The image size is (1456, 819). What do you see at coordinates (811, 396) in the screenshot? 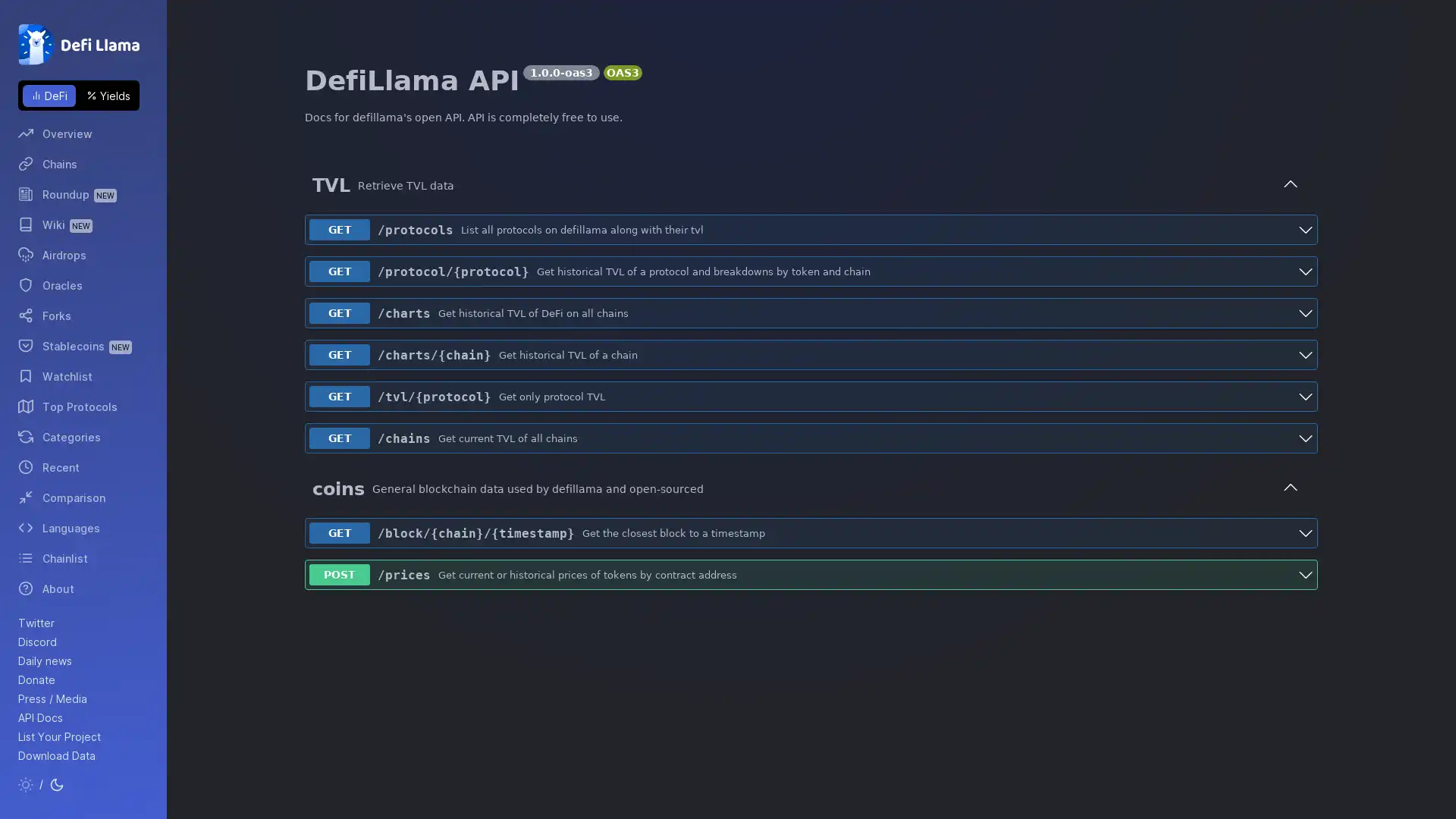
I see `get /tvl/{protocol}` at bounding box center [811, 396].